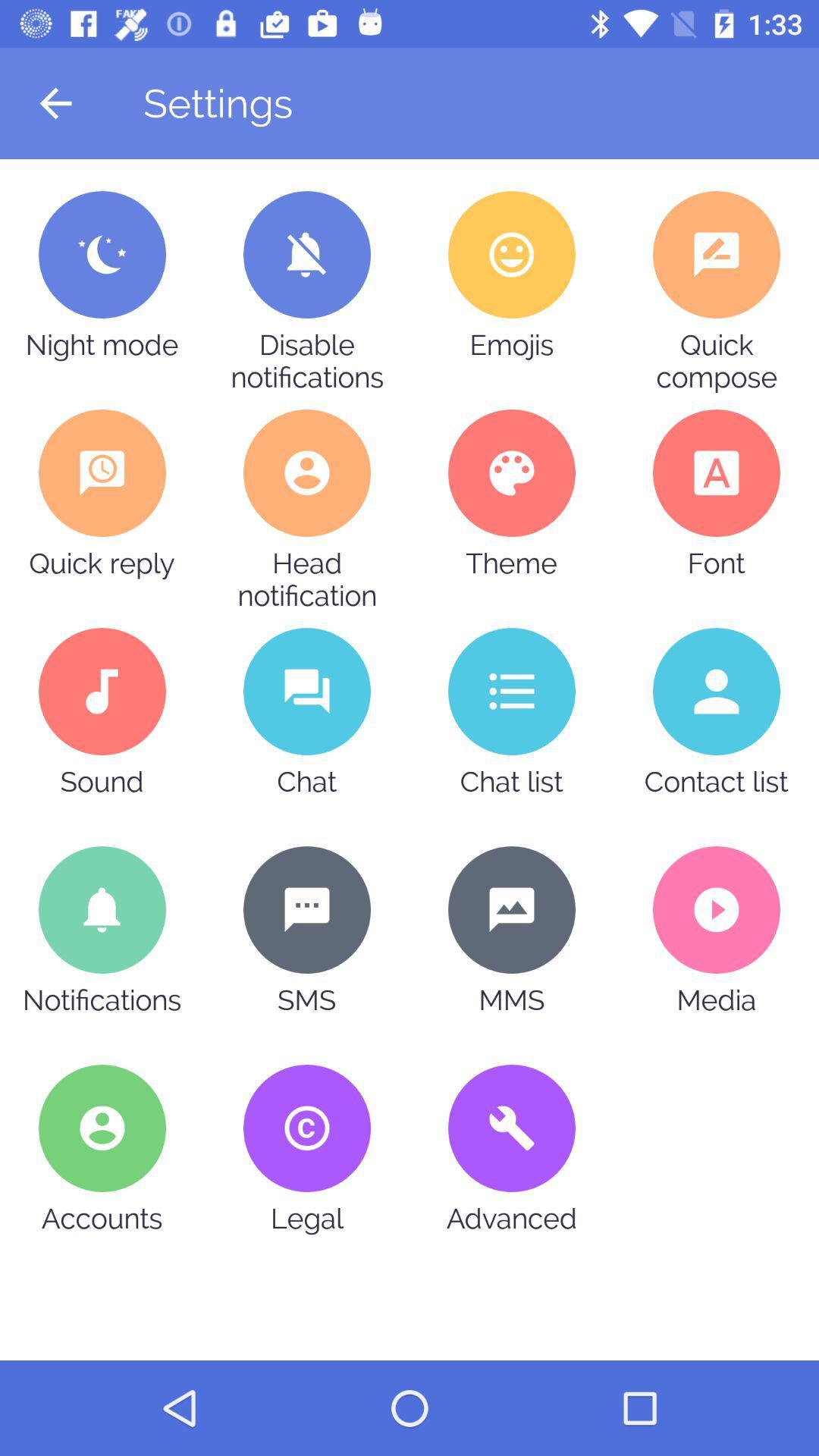 The image size is (819, 1456). I want to click on the icon emojis, so click(512, 255).